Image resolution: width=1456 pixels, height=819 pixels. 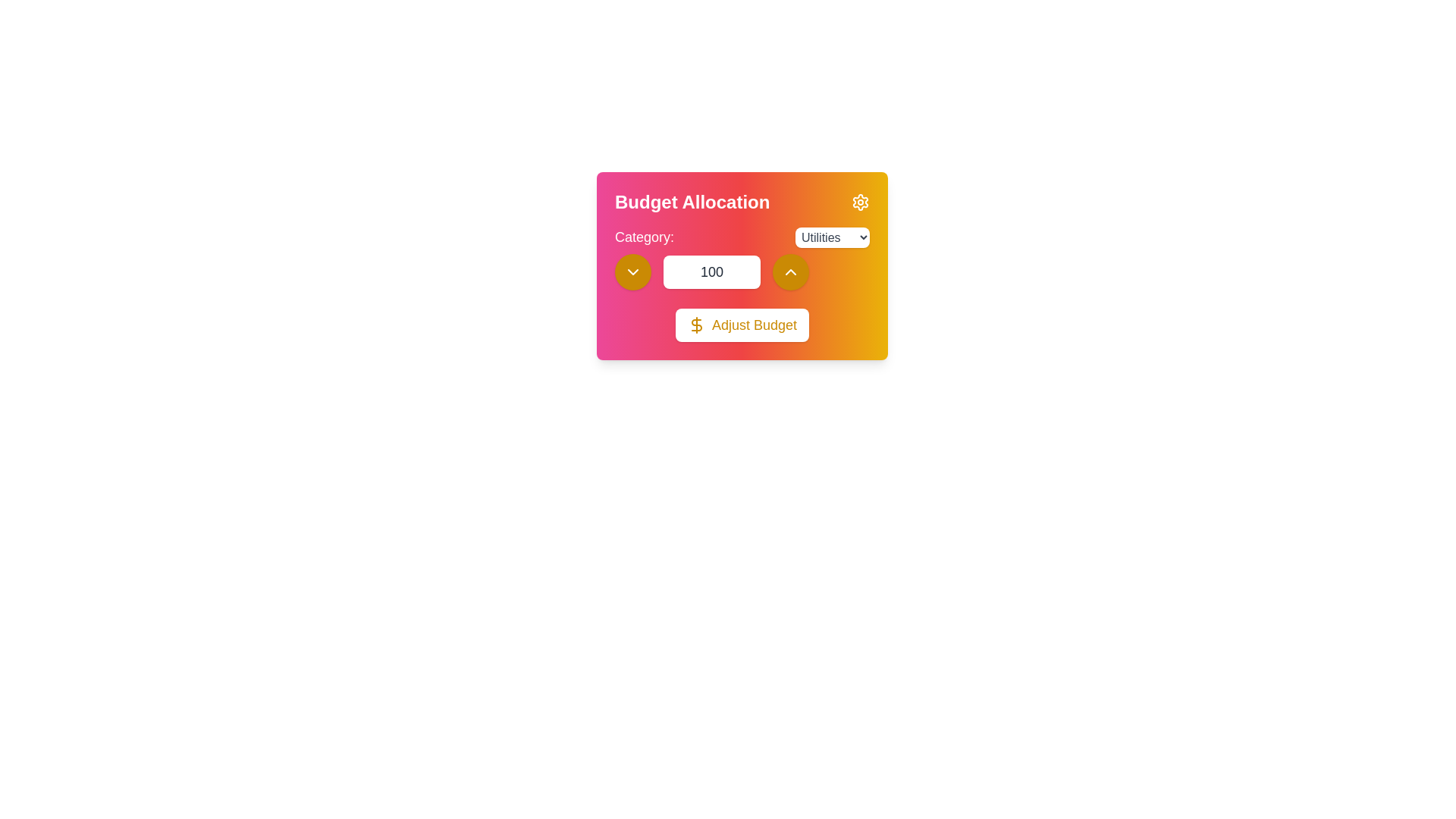 What do you see at coordinates (633, 271) in the screenshot?
I see `the small circular yellow decrement button with a downward-facing white chevron icon located to the left of the number input field` at bounding box center [633, 271].